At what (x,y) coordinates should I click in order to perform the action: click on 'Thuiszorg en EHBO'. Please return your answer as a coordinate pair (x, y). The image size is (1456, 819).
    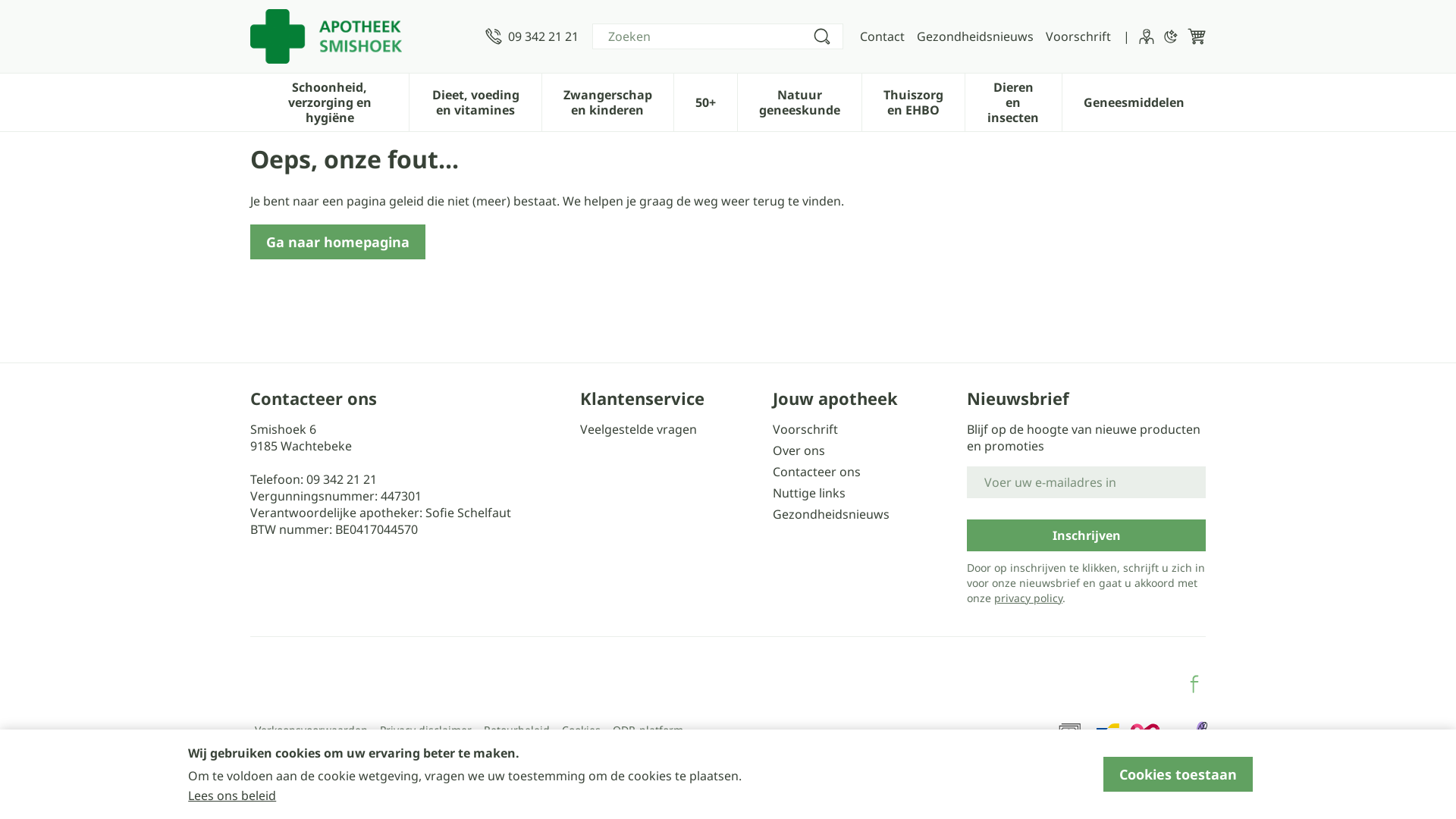
    Looking at the image, I should click on (912, 100).